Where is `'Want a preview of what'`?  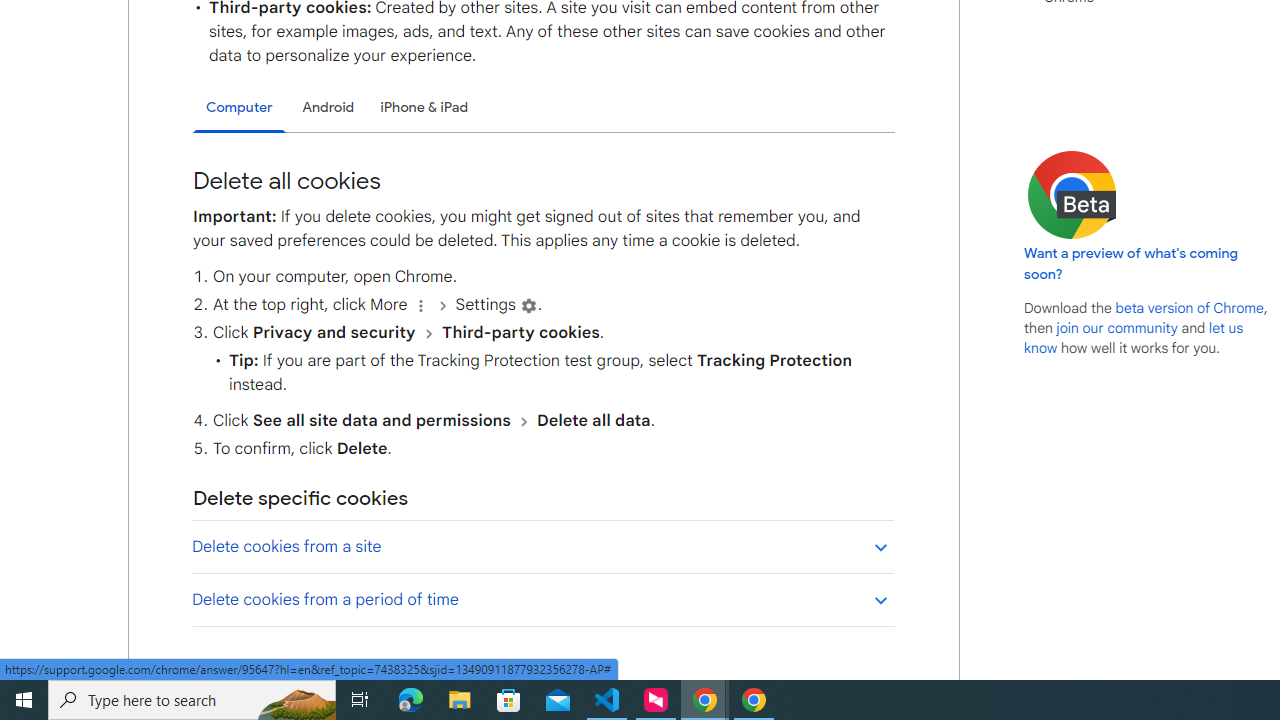
'Want a preview of what' is located at coordinates (1131, 262).